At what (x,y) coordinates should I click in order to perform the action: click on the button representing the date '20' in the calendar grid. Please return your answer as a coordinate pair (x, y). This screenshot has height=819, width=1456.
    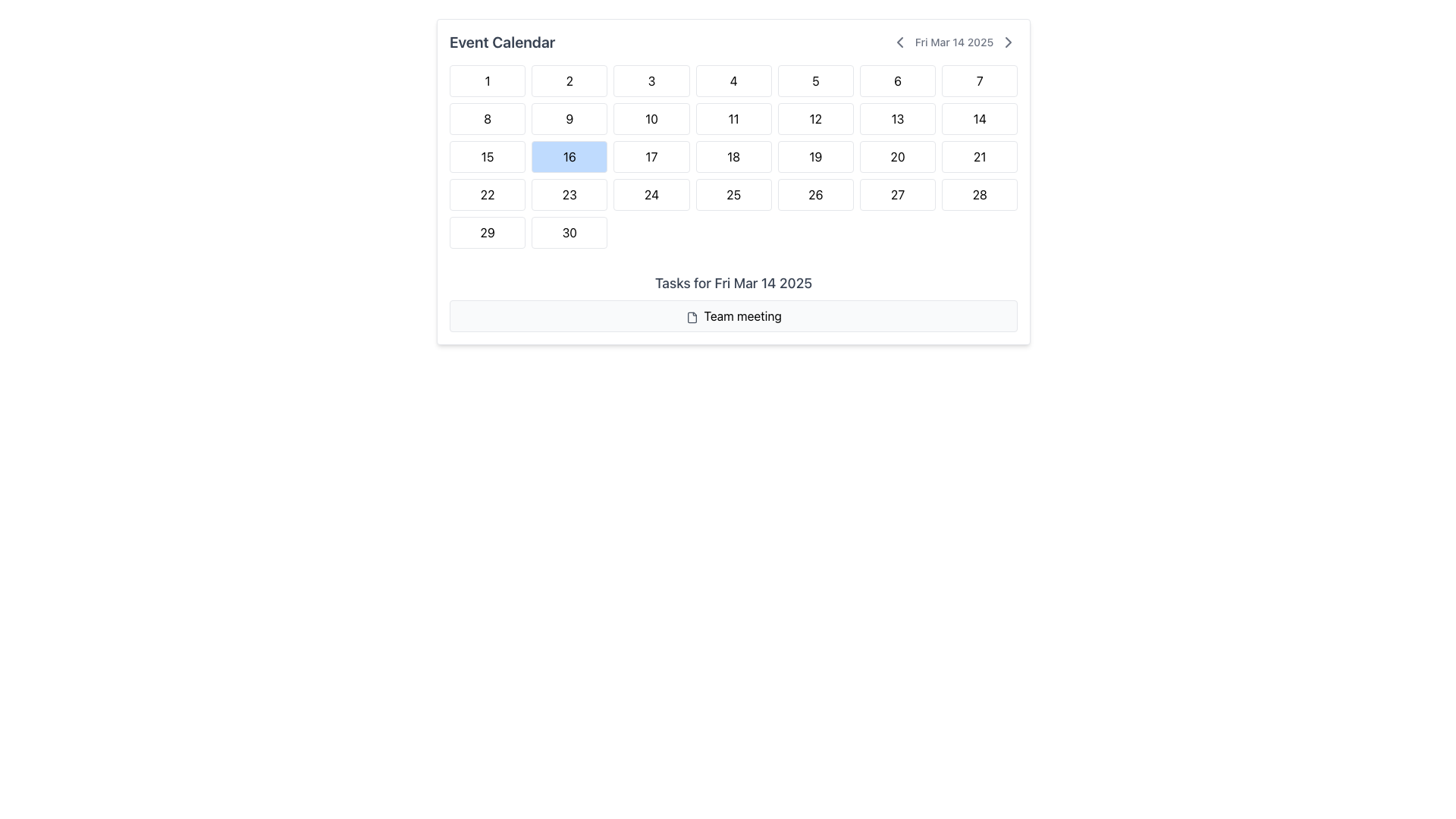
    Looking at the image, I should click on (898, 157).